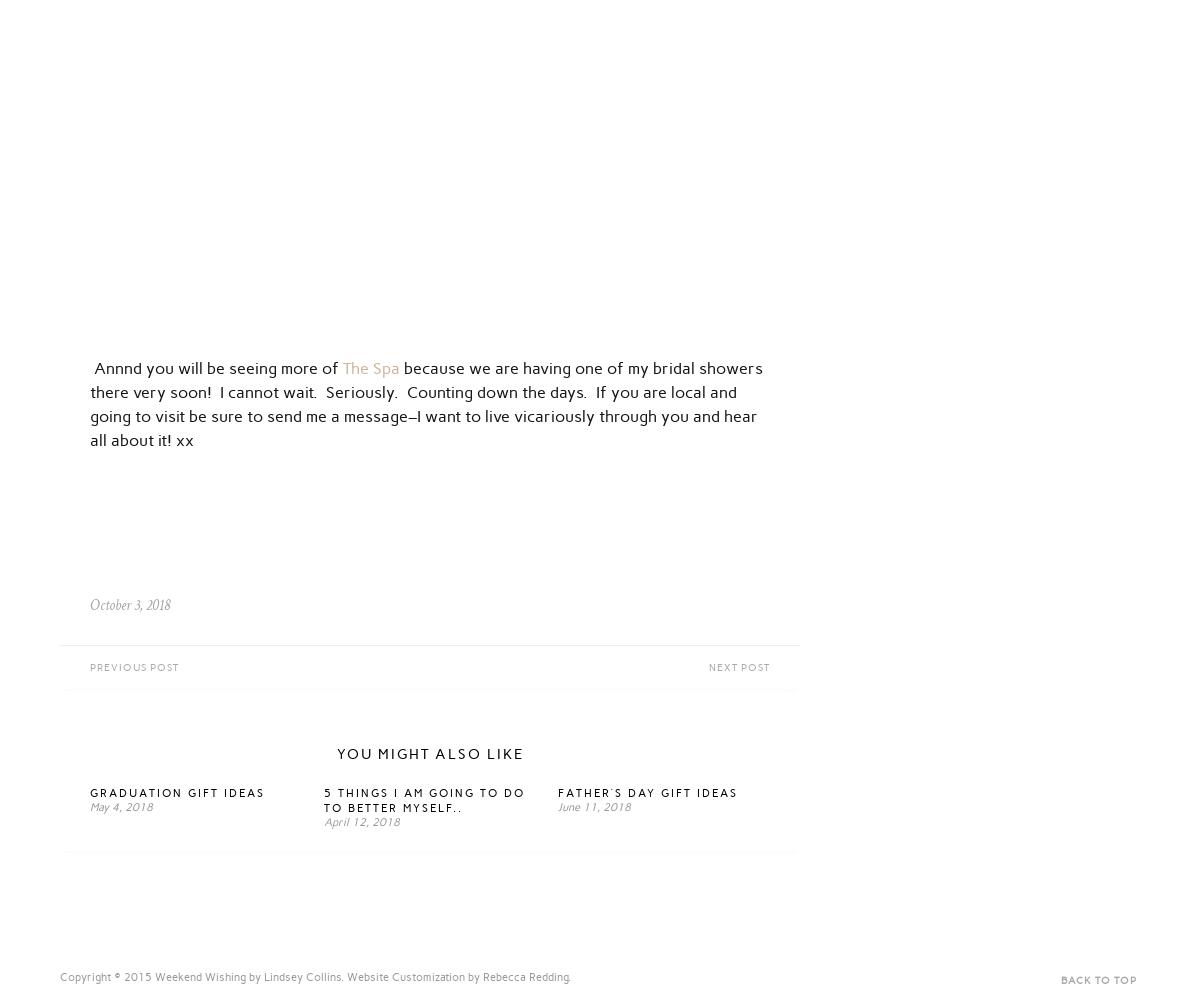 The height and width of the screenshot is (1008, 1200). I want to click on '5 THINGS I AM GOING TO DO TO BETTER MYSELF..', so click(424, 800).